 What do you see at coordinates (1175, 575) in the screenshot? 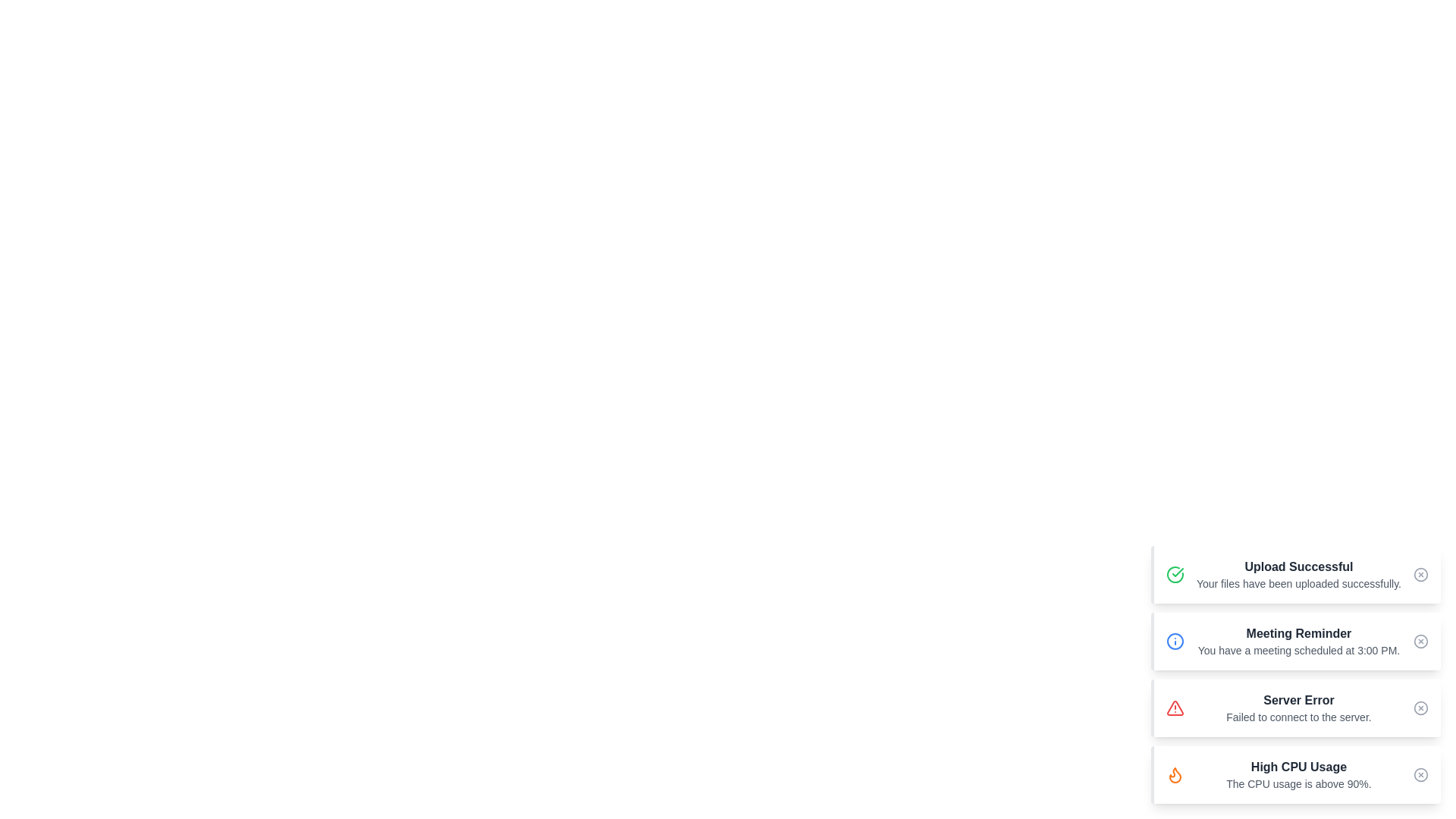
I see `the icon of the alert titled 'Upload Successful'` at bounding box center [1175, 575].